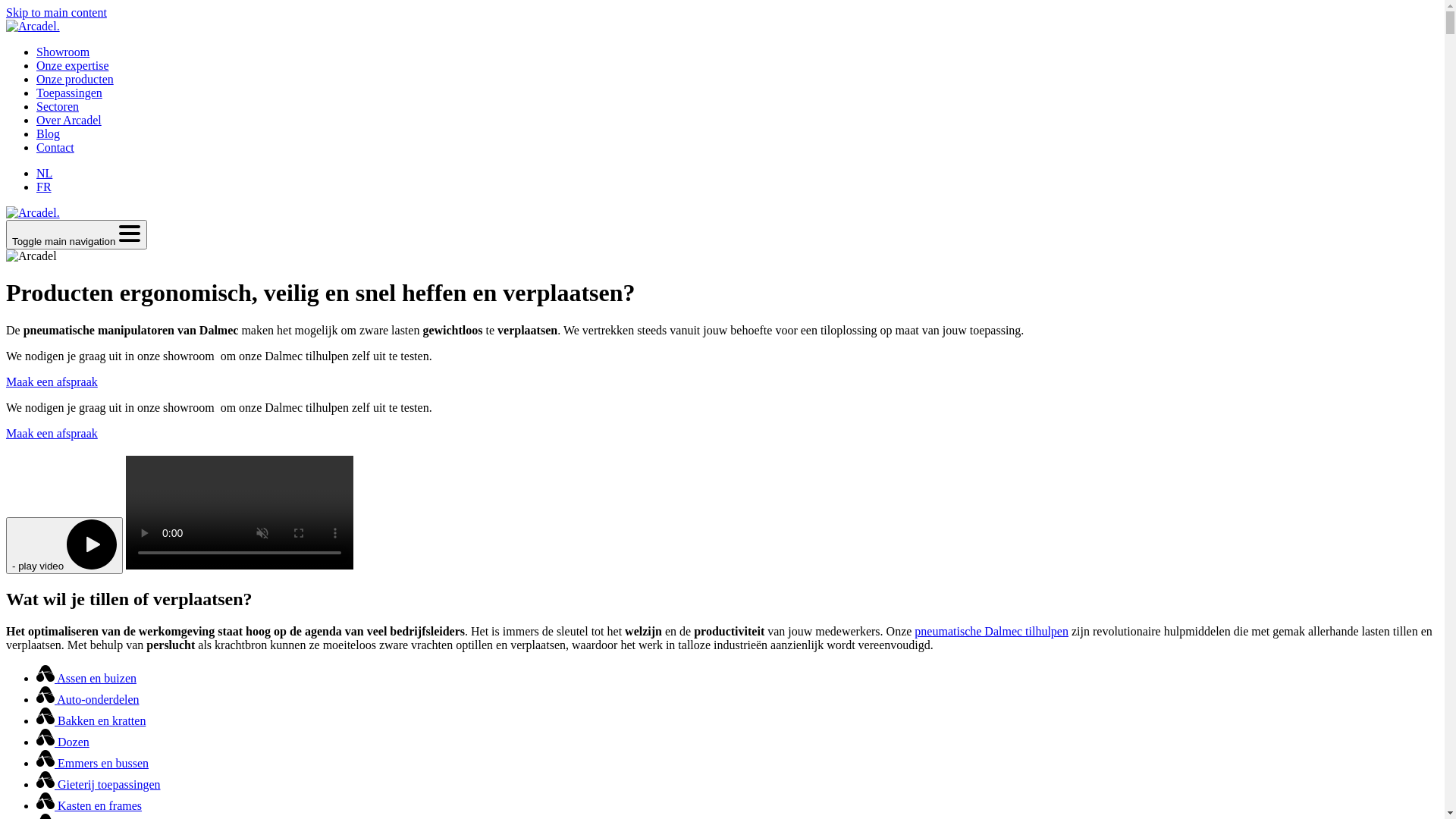 This screenshot has width=1456, height=819. What do you see at coordinates (36, 699) in the screenshot?
I see `'Auto-onderdelen'` at bounding box center [36, 699].